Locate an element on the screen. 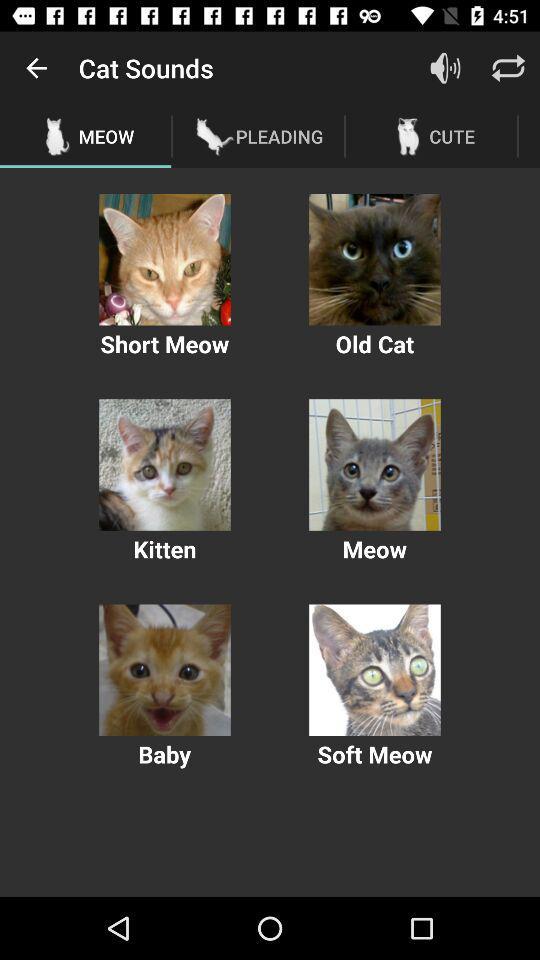 The height and width of the screenshot is (960, 540). sound is located at coordinates (374, 465).